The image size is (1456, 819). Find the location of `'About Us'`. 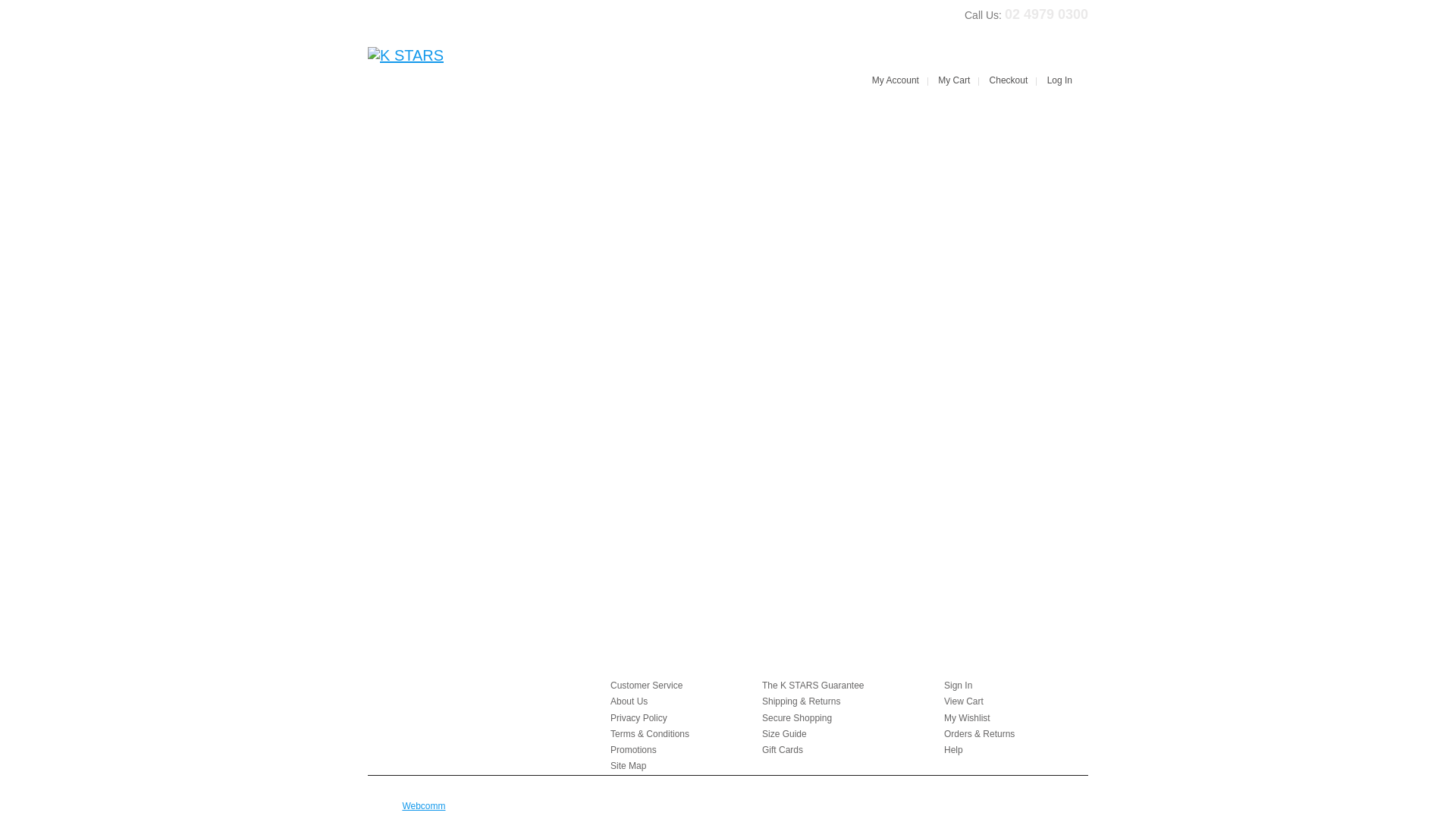

'About Us' is located at coordinates (629, 701).